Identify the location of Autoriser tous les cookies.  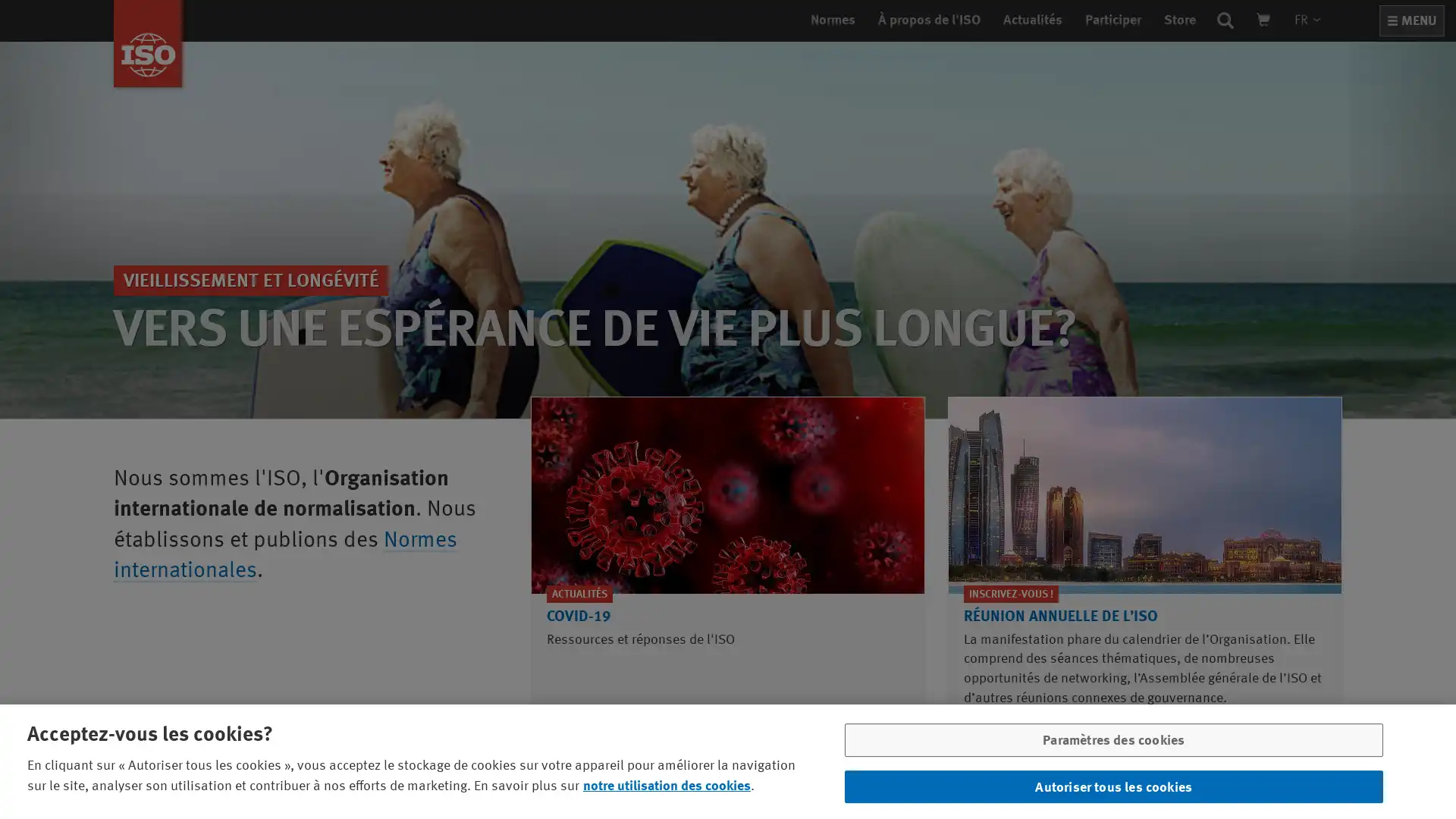
(1113, 784).